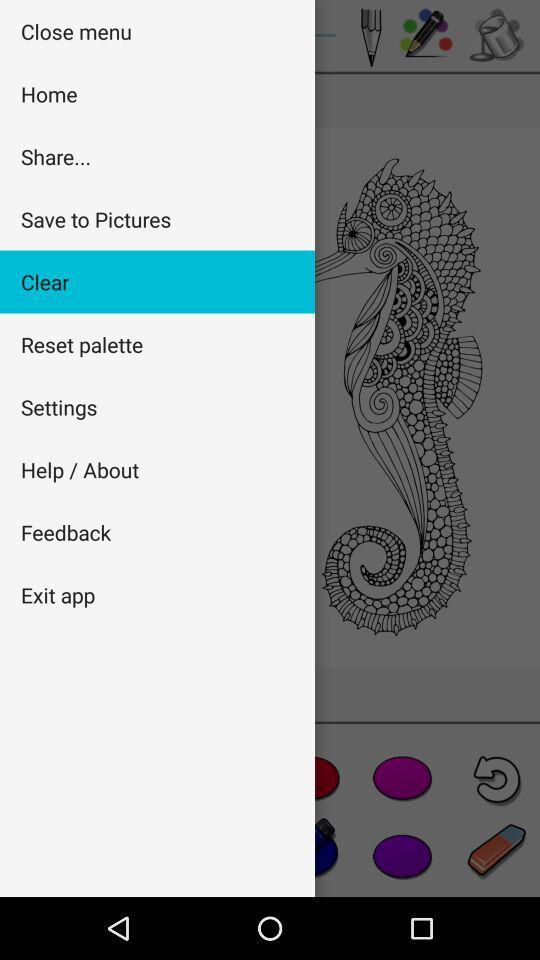 The image size is (540, 960). I want to click on the undo icon, so click(496, 779).